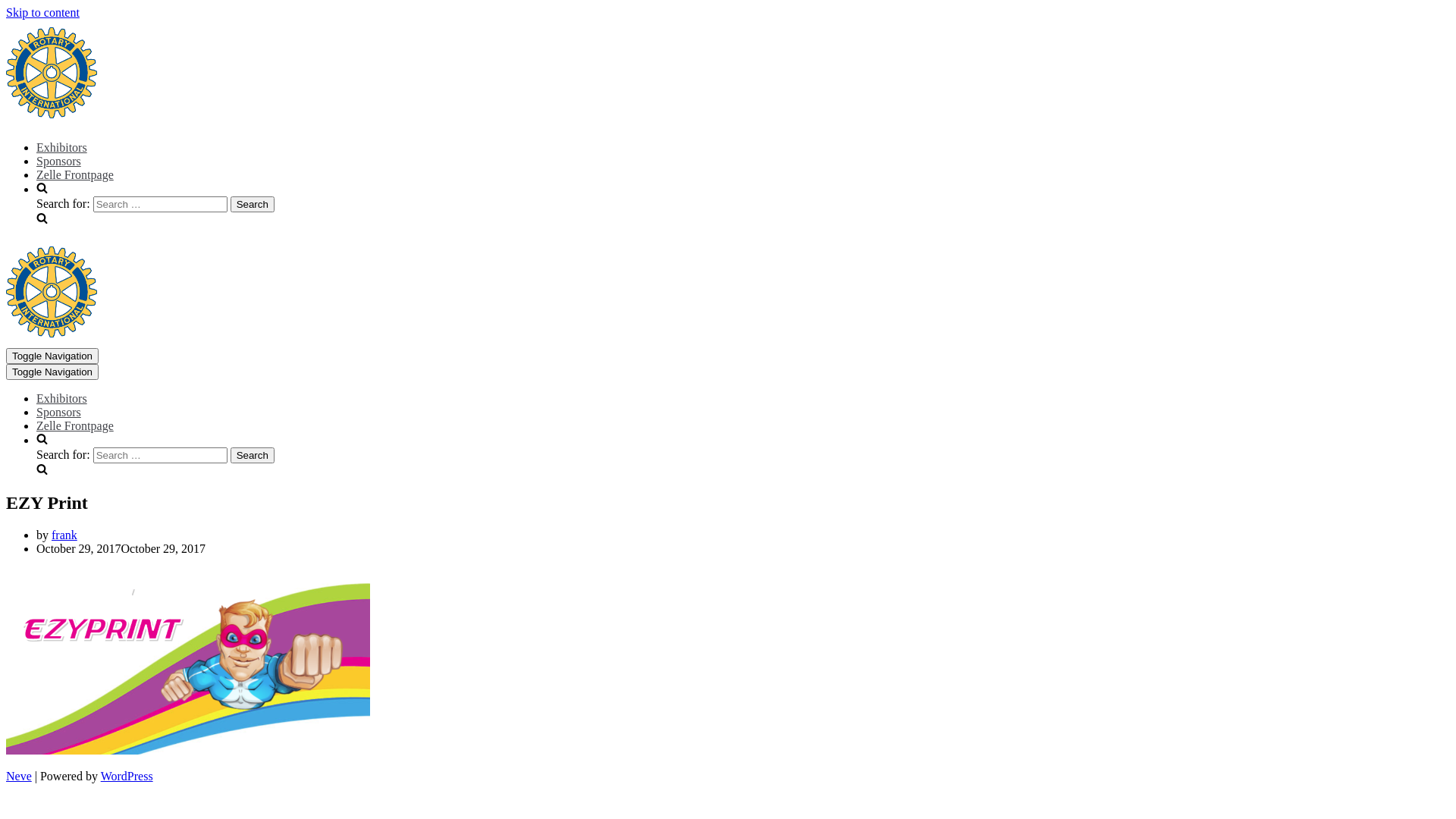  I want to click on 'frank', so click(64, 534).